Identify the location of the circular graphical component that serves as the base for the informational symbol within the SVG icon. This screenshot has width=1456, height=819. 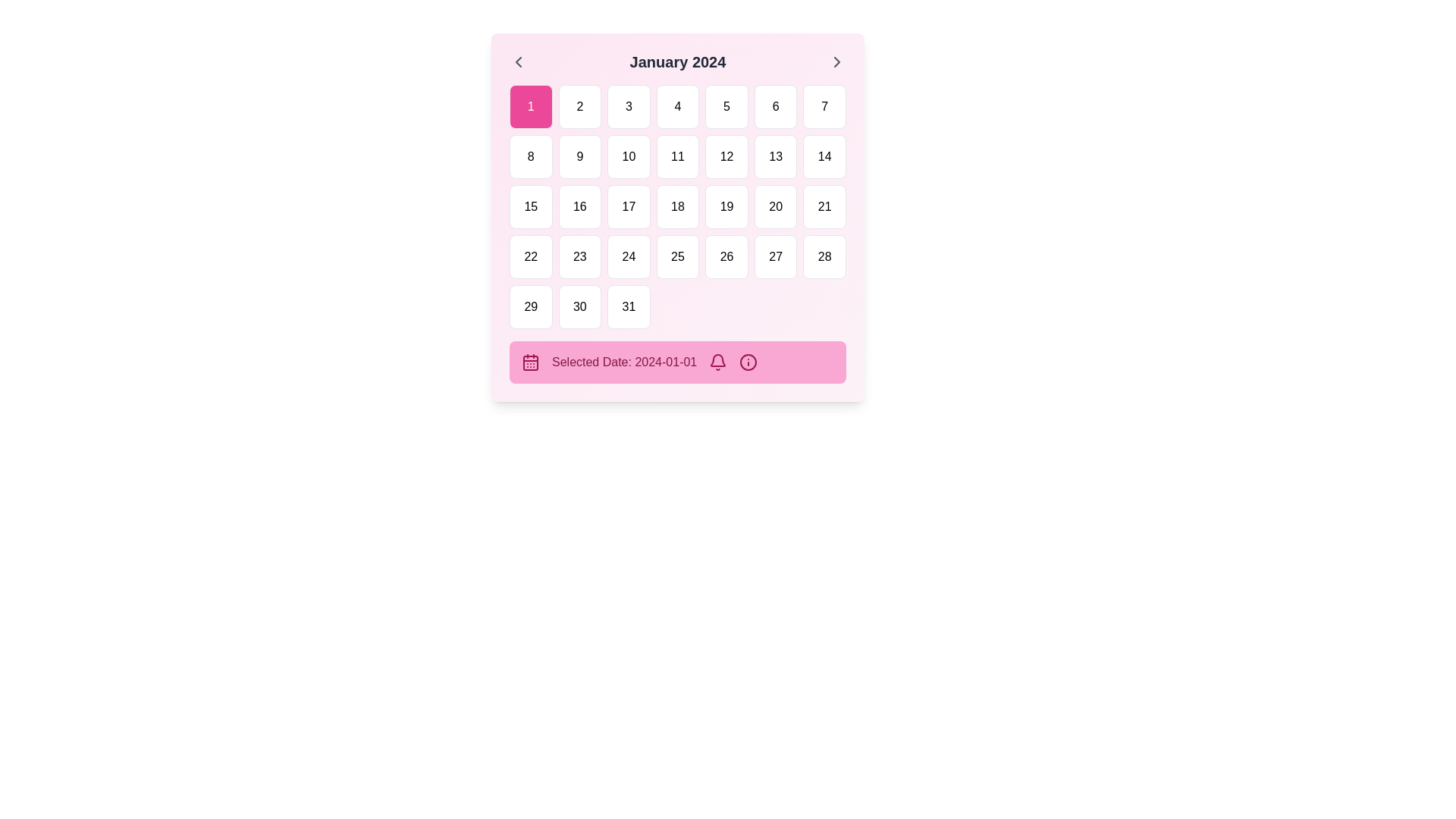
(748, 362).